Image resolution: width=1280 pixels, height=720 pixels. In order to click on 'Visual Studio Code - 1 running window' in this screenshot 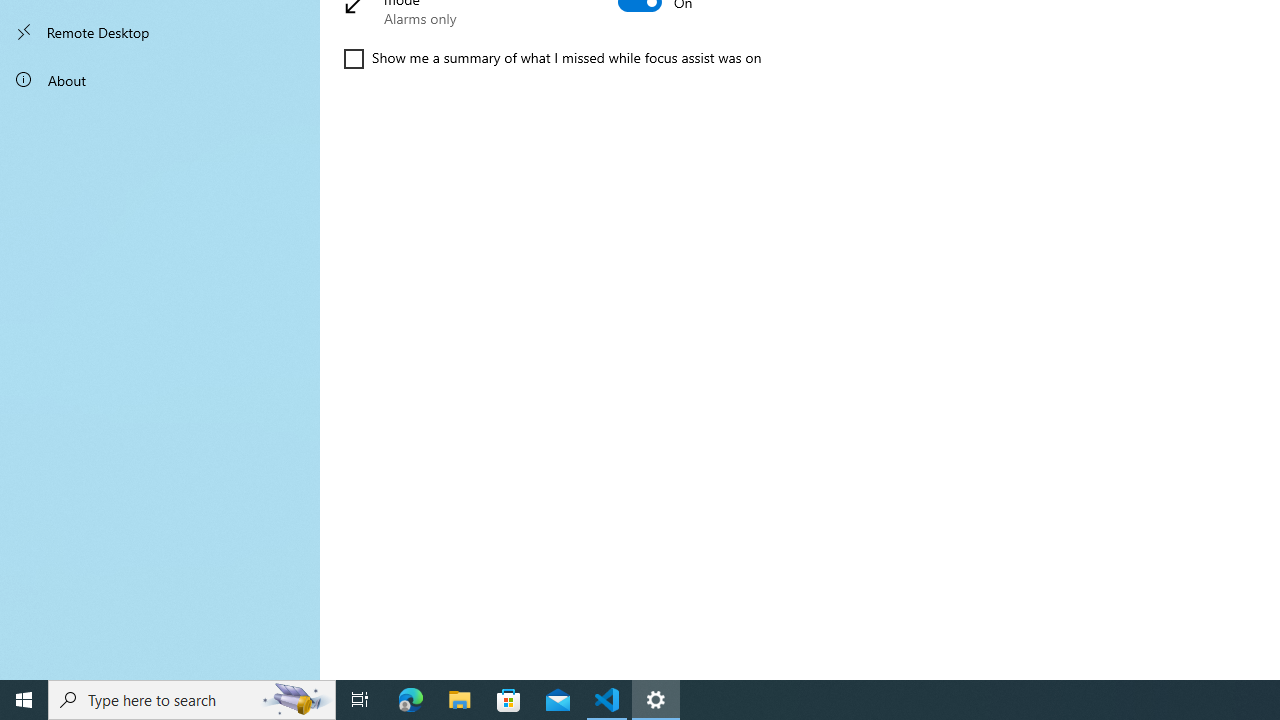, I will do `click(606, 698)`.